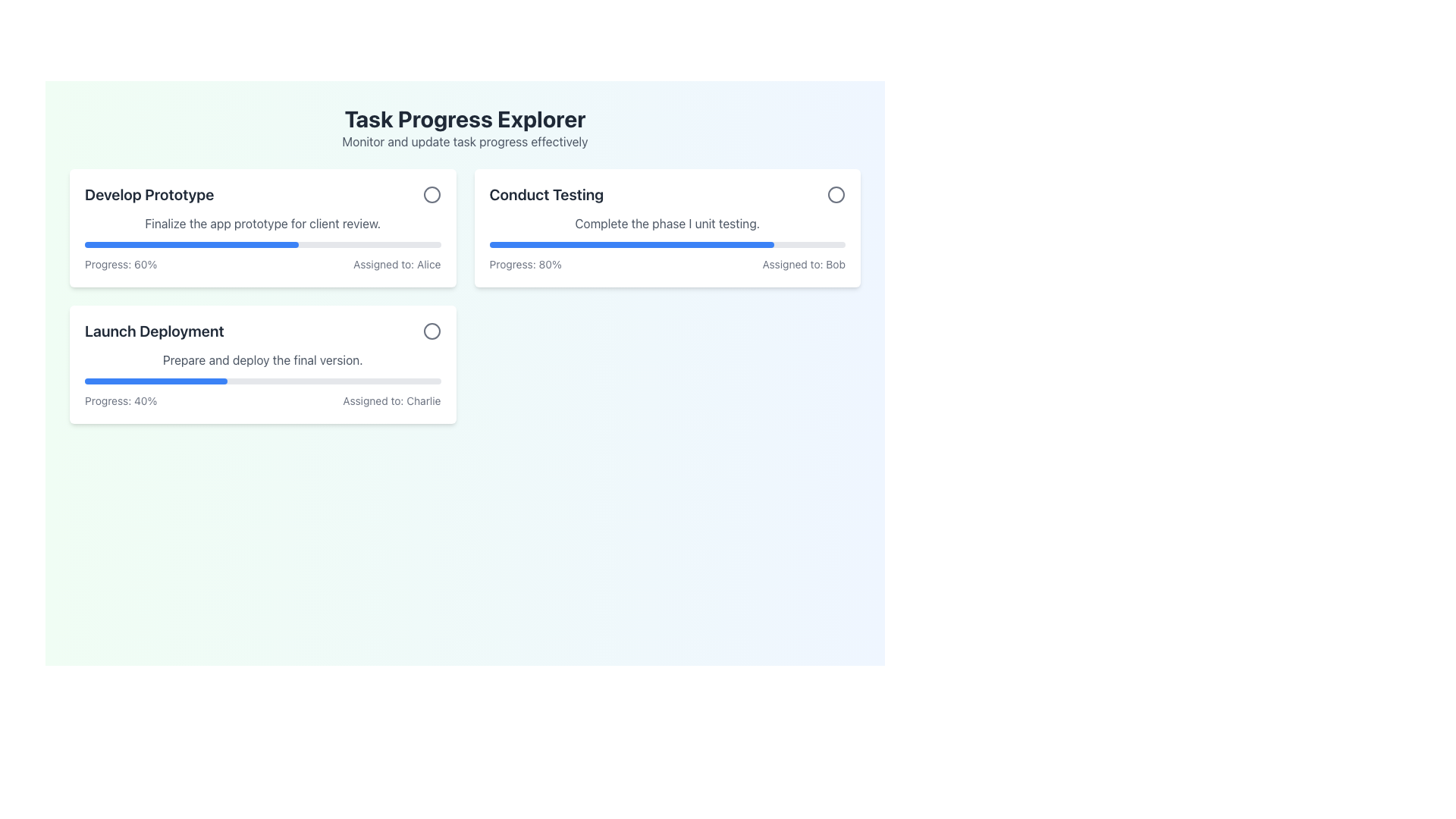 The width and height of the screenshot is (1456, 819). What do you see at coordinates (464, 127) in the screenshot?
I see `the text header section located at the top center of the interface, which provides a title and brief description about task progress management functionalities` at bounding box center [464, 127].